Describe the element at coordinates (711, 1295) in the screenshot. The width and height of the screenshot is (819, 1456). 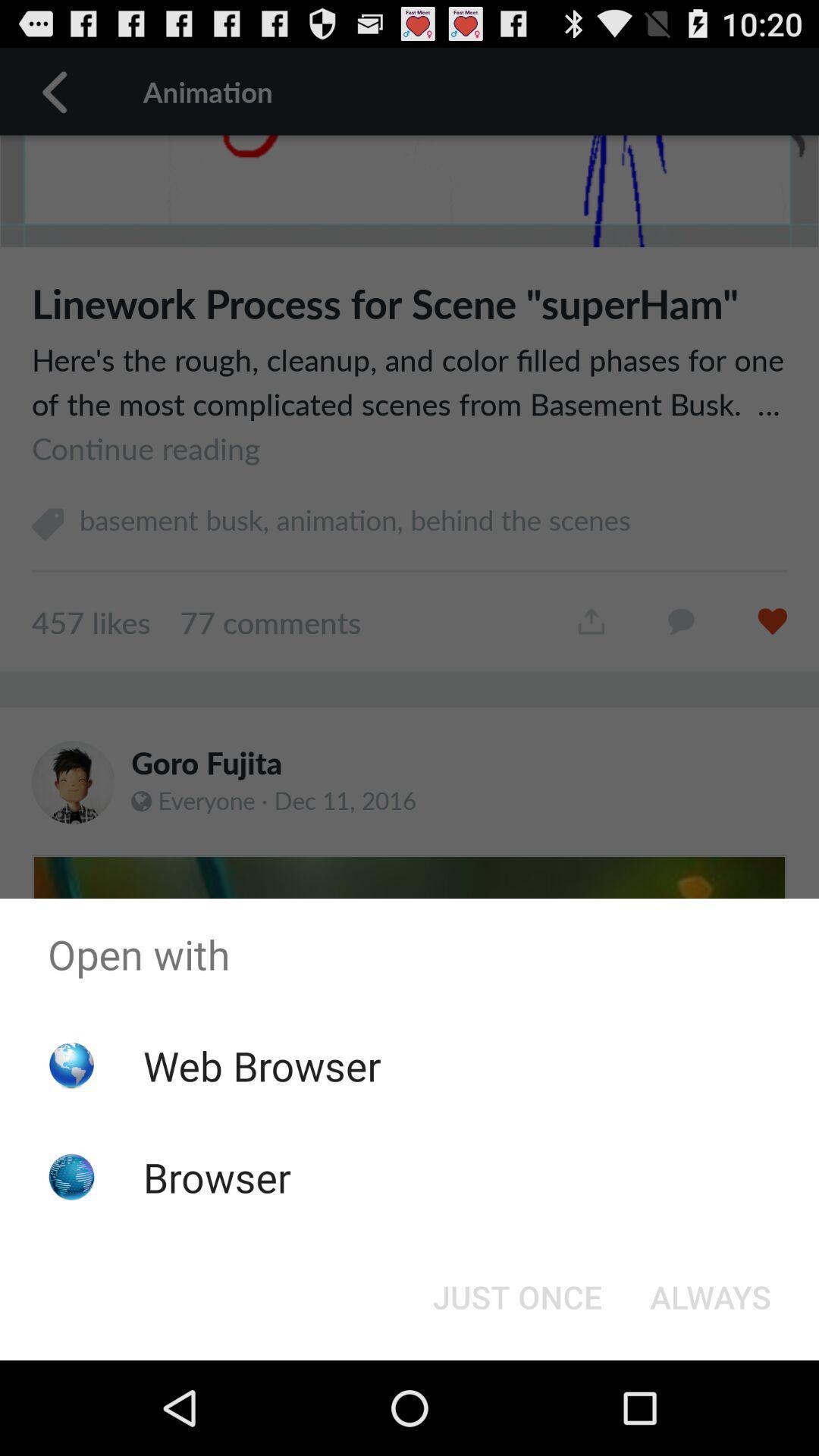
I see `always button` at that location.